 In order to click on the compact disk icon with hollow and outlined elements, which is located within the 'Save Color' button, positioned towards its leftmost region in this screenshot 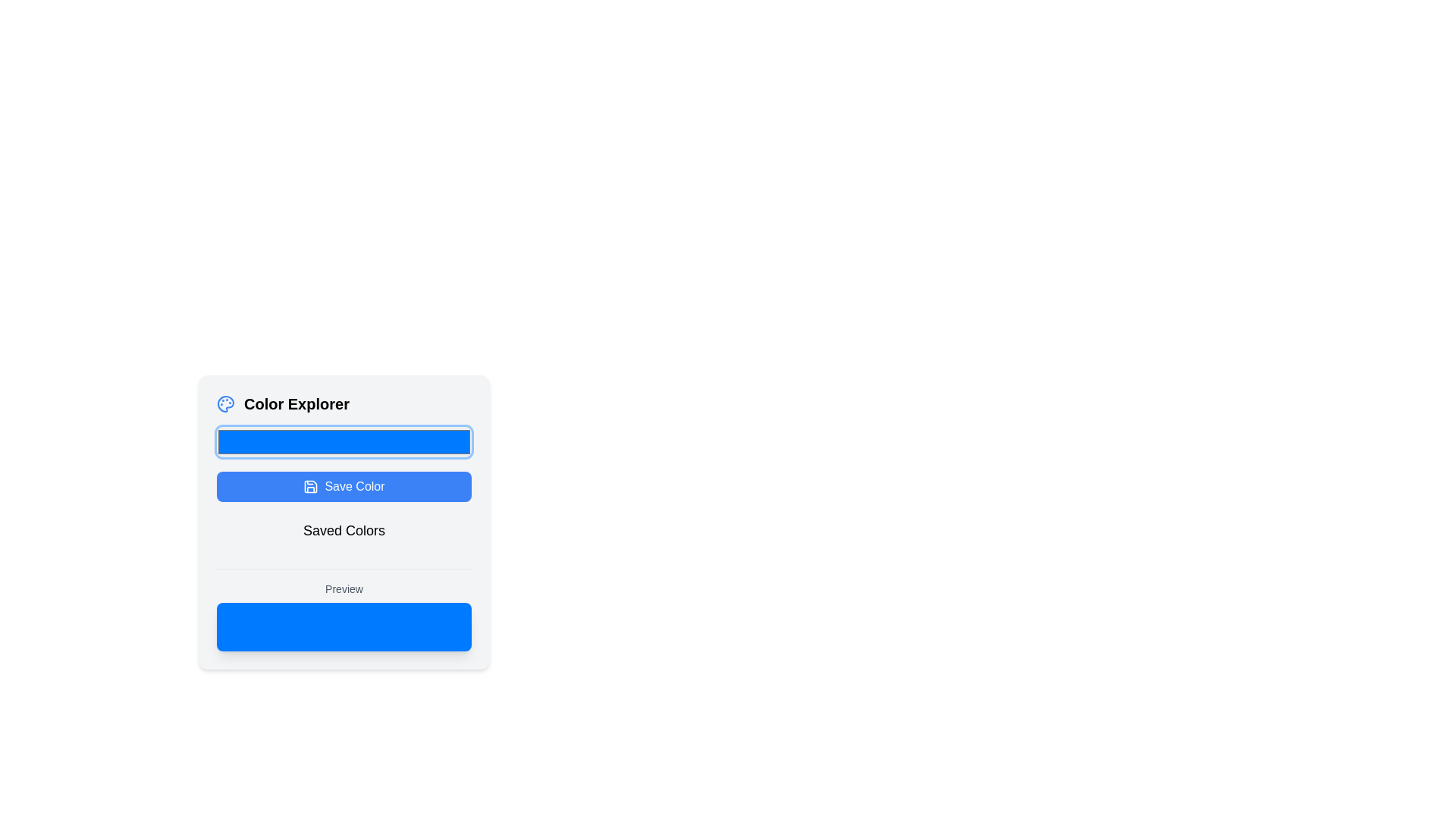, I will do `click(310, 486)`.